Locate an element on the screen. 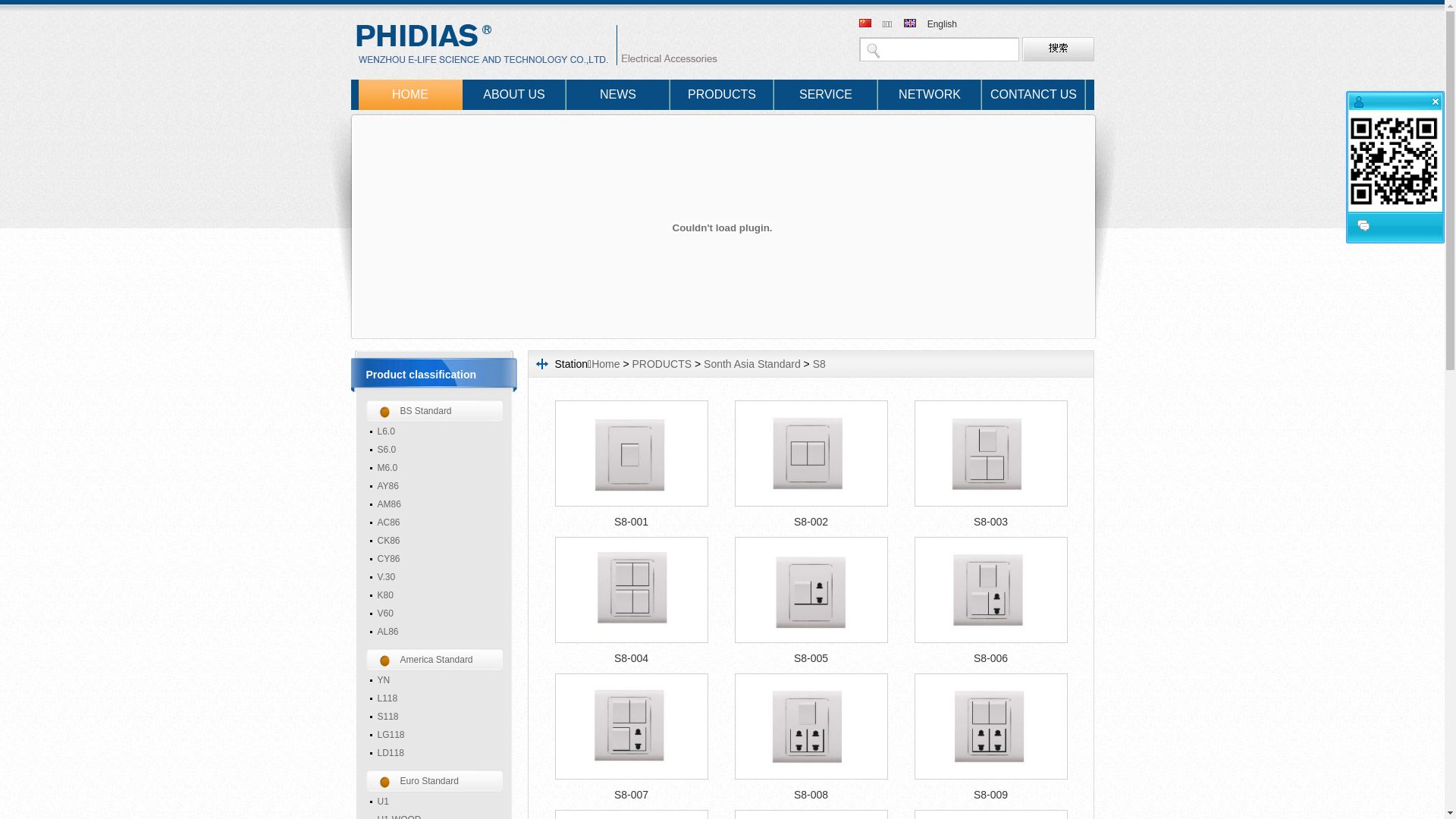 This screenshot has height=819, width=1456. 'S118' is located at coordinates (349, 717).